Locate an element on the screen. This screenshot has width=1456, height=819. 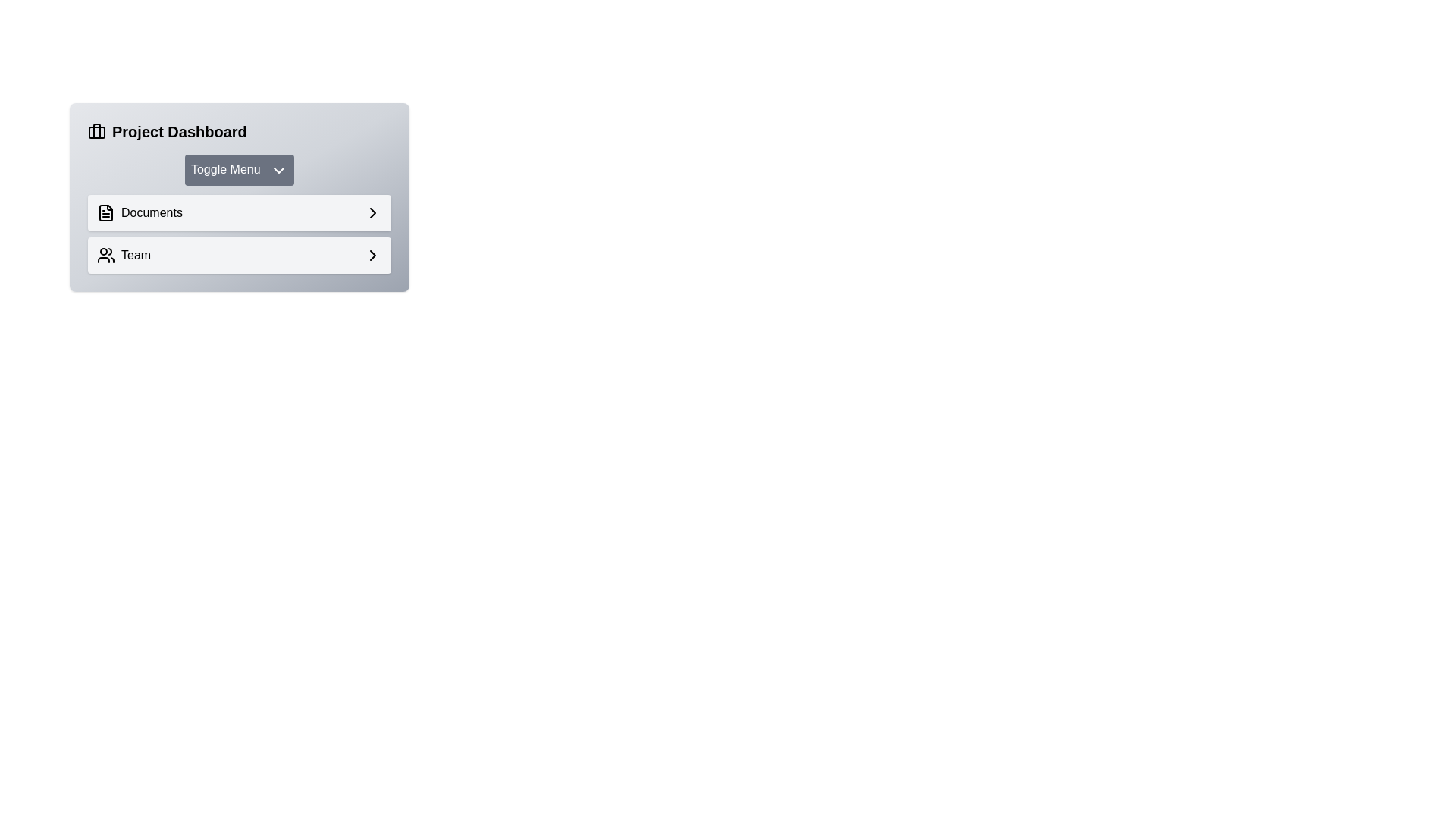
the navigational arrow icon located to the right of the 'Team' text in the dashboard menu is located at coordinates (372, 253).